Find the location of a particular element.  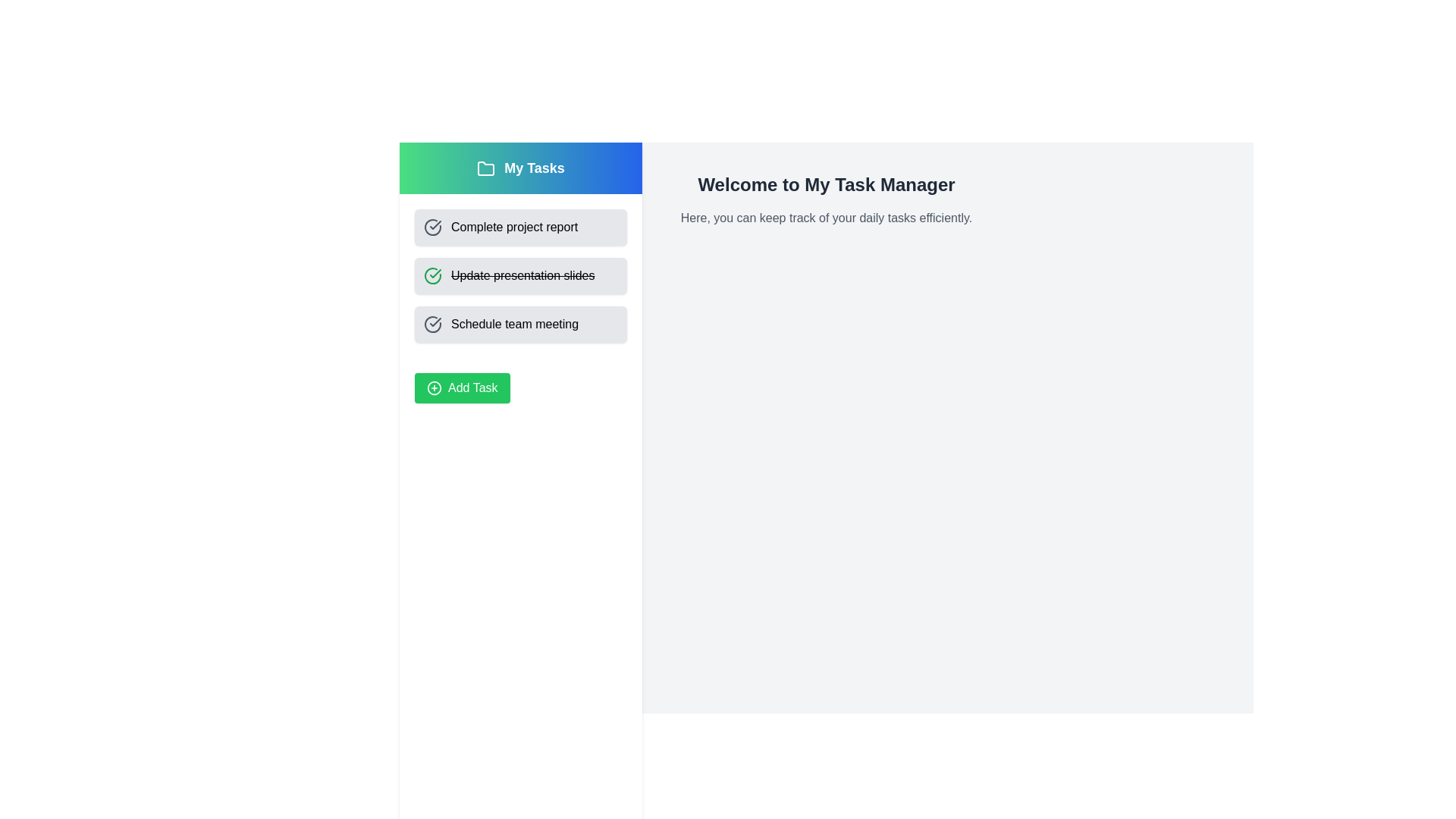

the 'Add Task' button to initiate adding a new task is located at coordinates (461, 388).